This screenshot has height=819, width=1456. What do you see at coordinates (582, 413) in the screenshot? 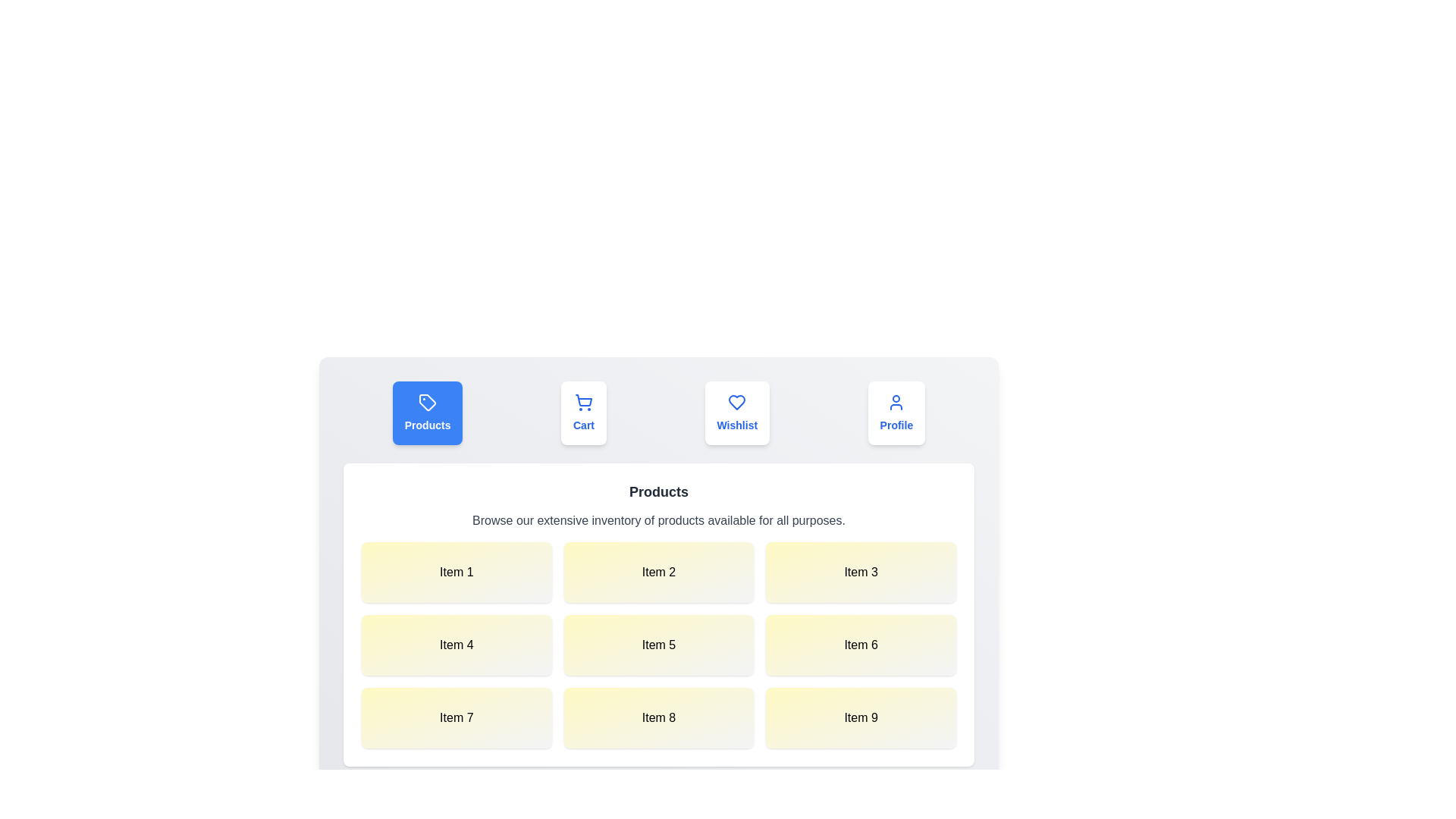
I see `the Cart tab to view its content` at bounding box center [582, 413].